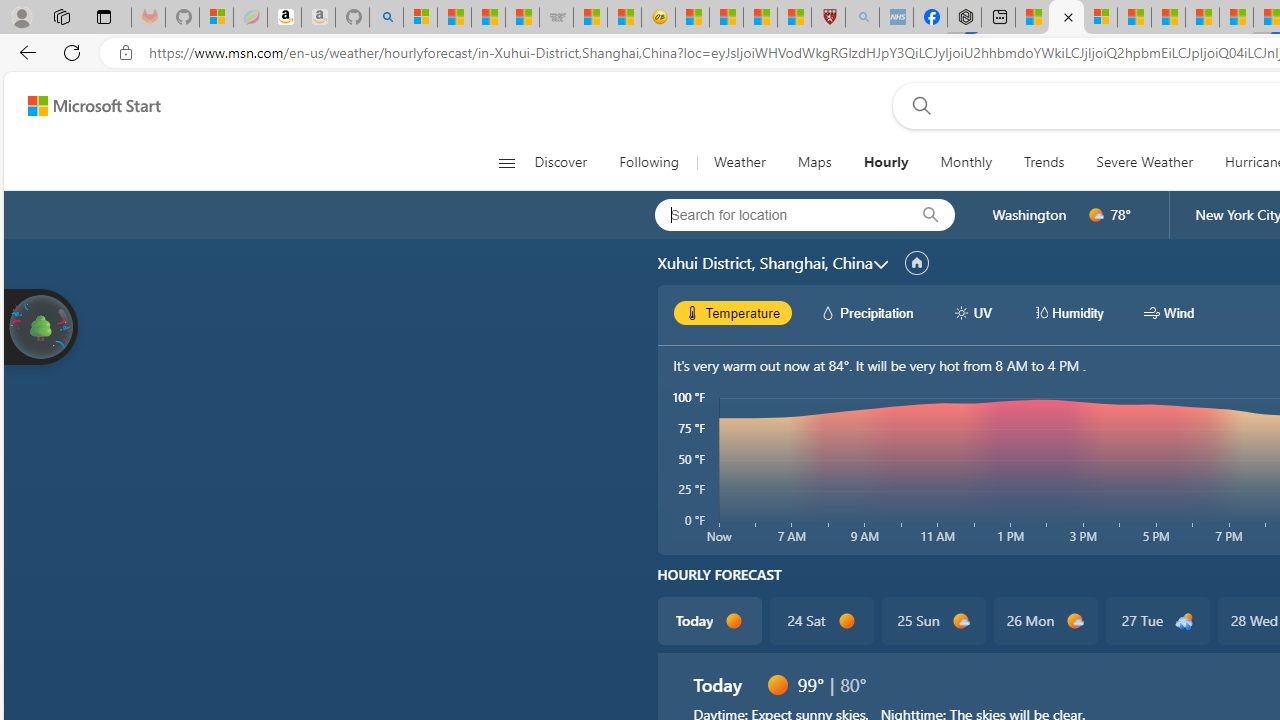 Image resolution: width=1280 pixels, height=720 pixels. Describe the element at coordinates (692, 17) in the screenshot. I see `'Recipes - MSN'` at that location.